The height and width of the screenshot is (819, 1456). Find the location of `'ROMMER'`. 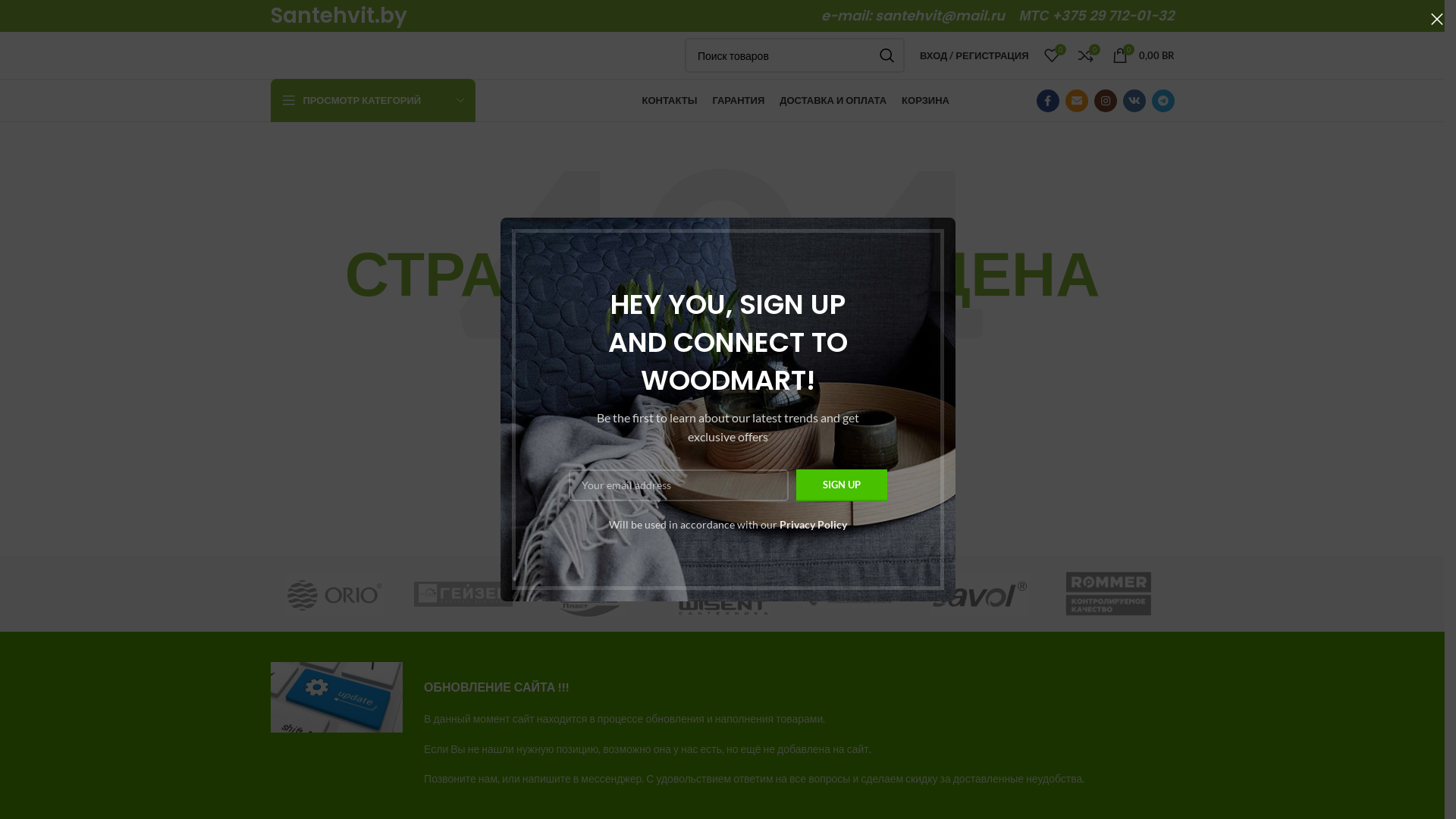

'ROMMER' is located at coordinates (1109, 593).